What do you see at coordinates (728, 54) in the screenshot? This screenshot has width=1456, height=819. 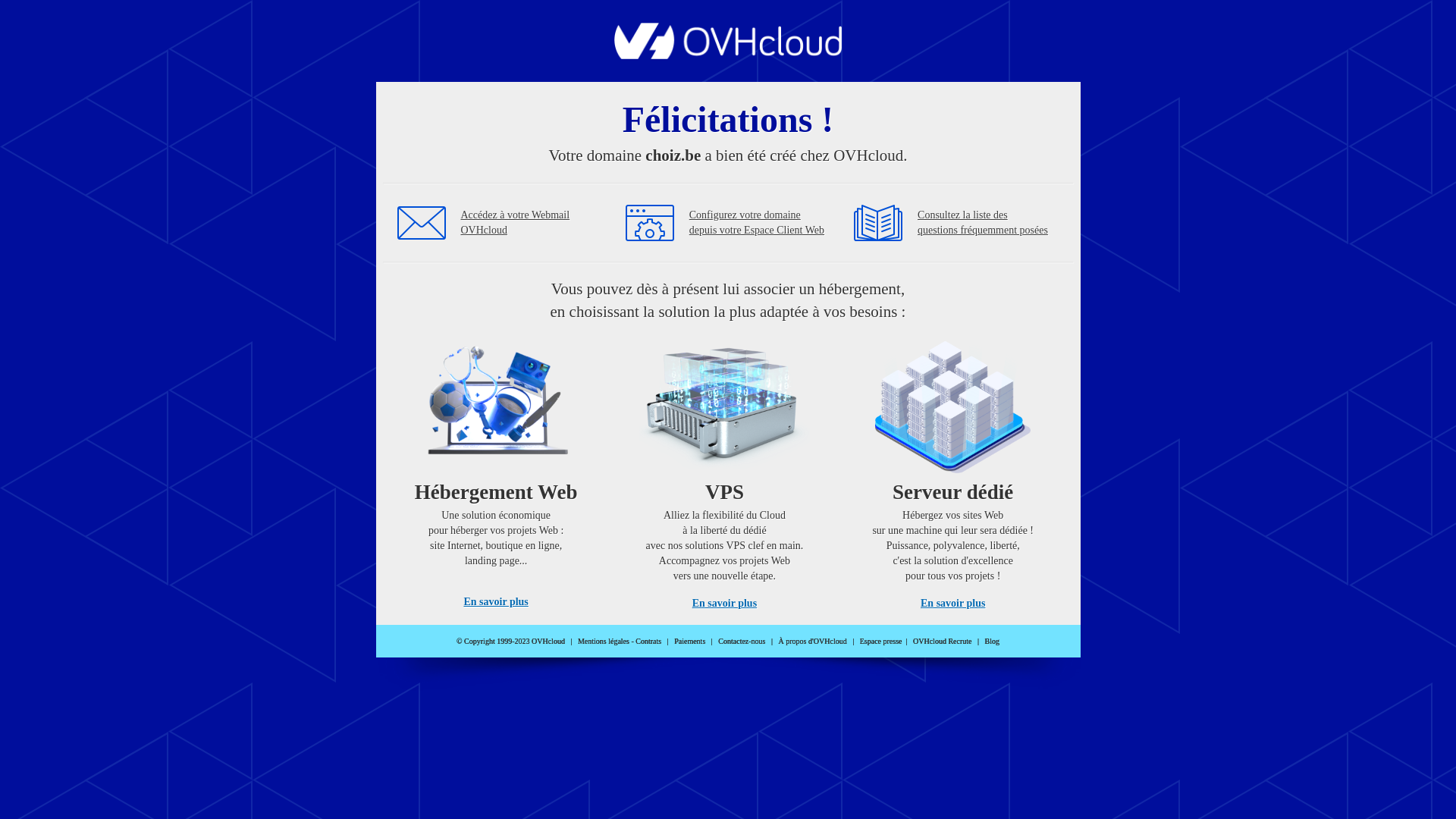 I see `'OVHcloud'` at bounding box center [728, 54].